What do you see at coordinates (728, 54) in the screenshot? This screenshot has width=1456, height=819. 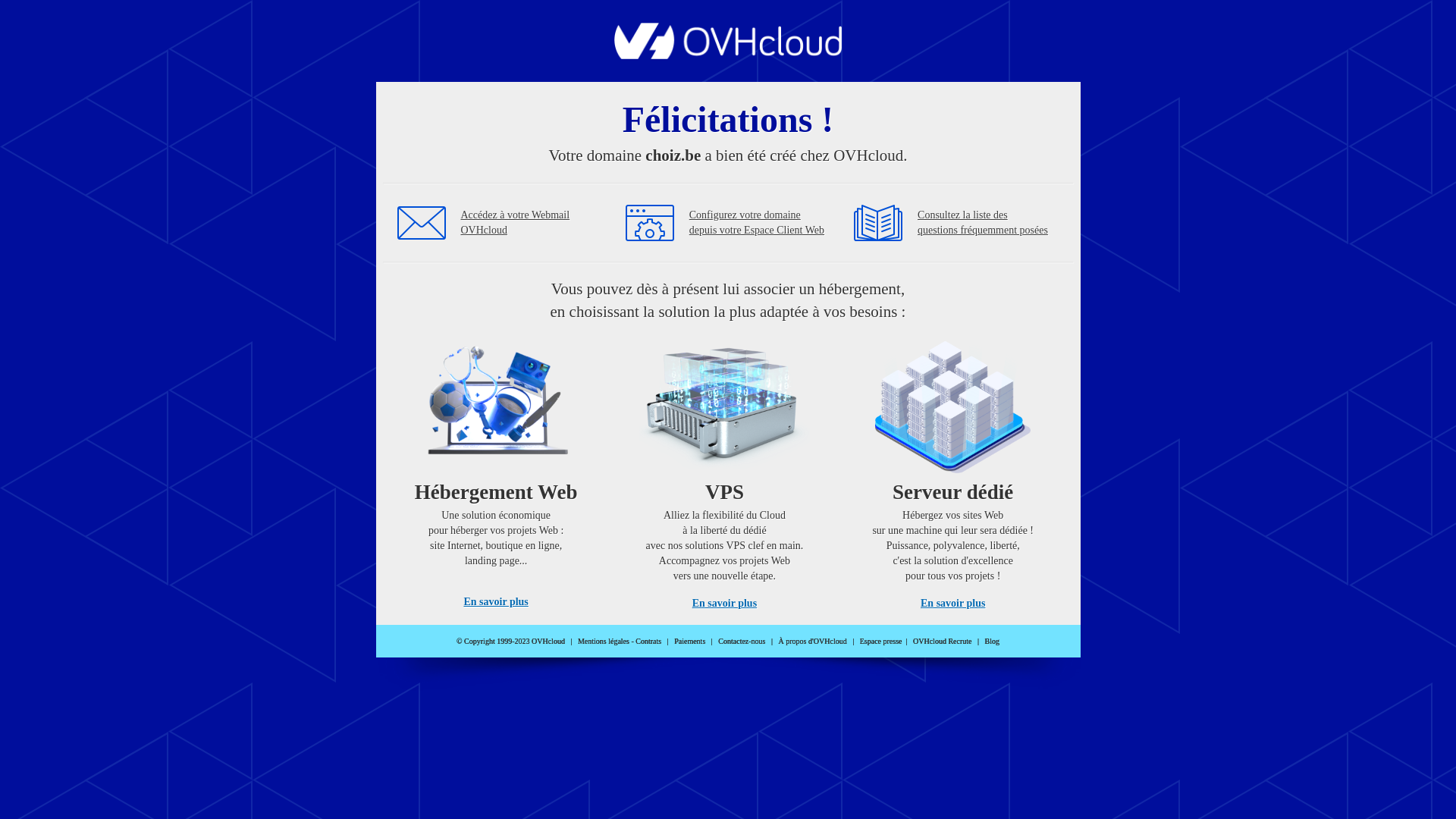 I see `'OVHcloud'` at bounding box center [728, 54].